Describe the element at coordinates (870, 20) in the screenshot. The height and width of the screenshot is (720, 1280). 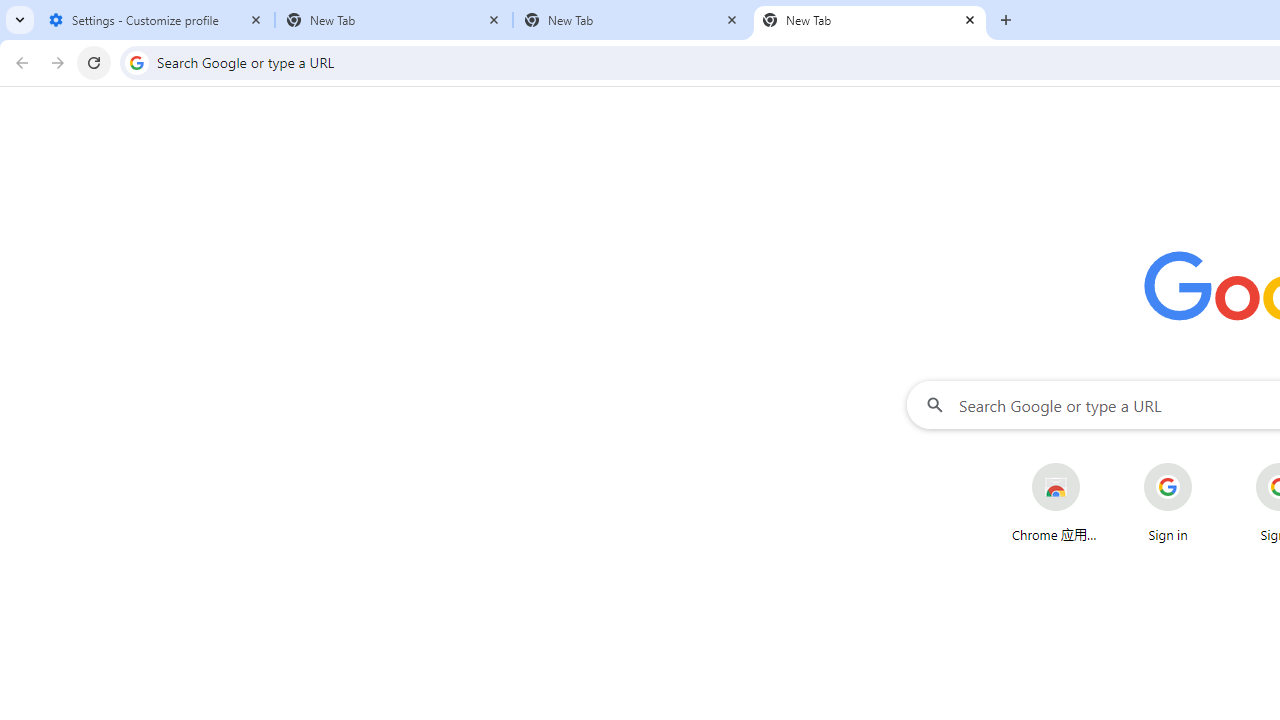
I see `'New Tab'` at that location.